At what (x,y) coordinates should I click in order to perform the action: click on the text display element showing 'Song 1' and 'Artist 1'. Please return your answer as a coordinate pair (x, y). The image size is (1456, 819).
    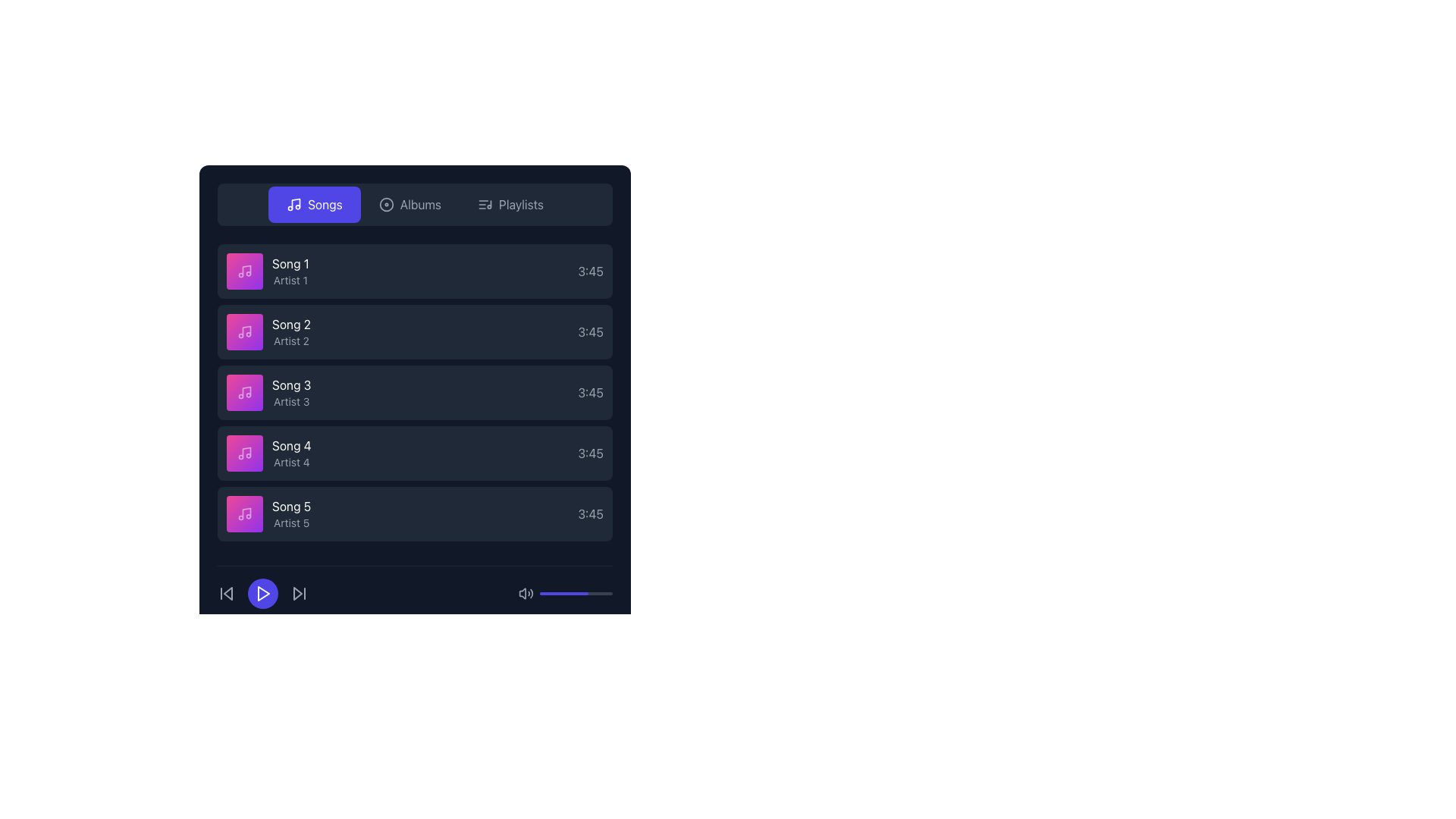
    Looking at the image, I should click on (290, 271).